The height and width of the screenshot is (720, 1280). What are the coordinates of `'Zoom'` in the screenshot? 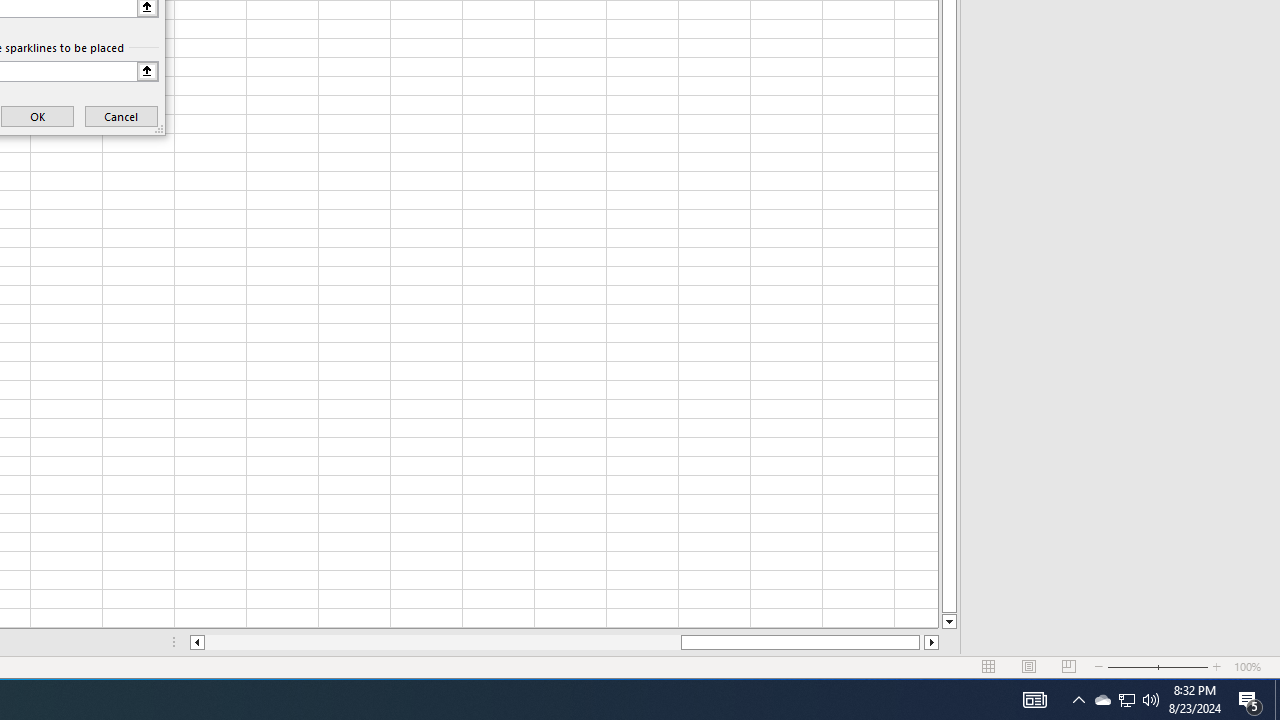 It's located at (1158, 667).